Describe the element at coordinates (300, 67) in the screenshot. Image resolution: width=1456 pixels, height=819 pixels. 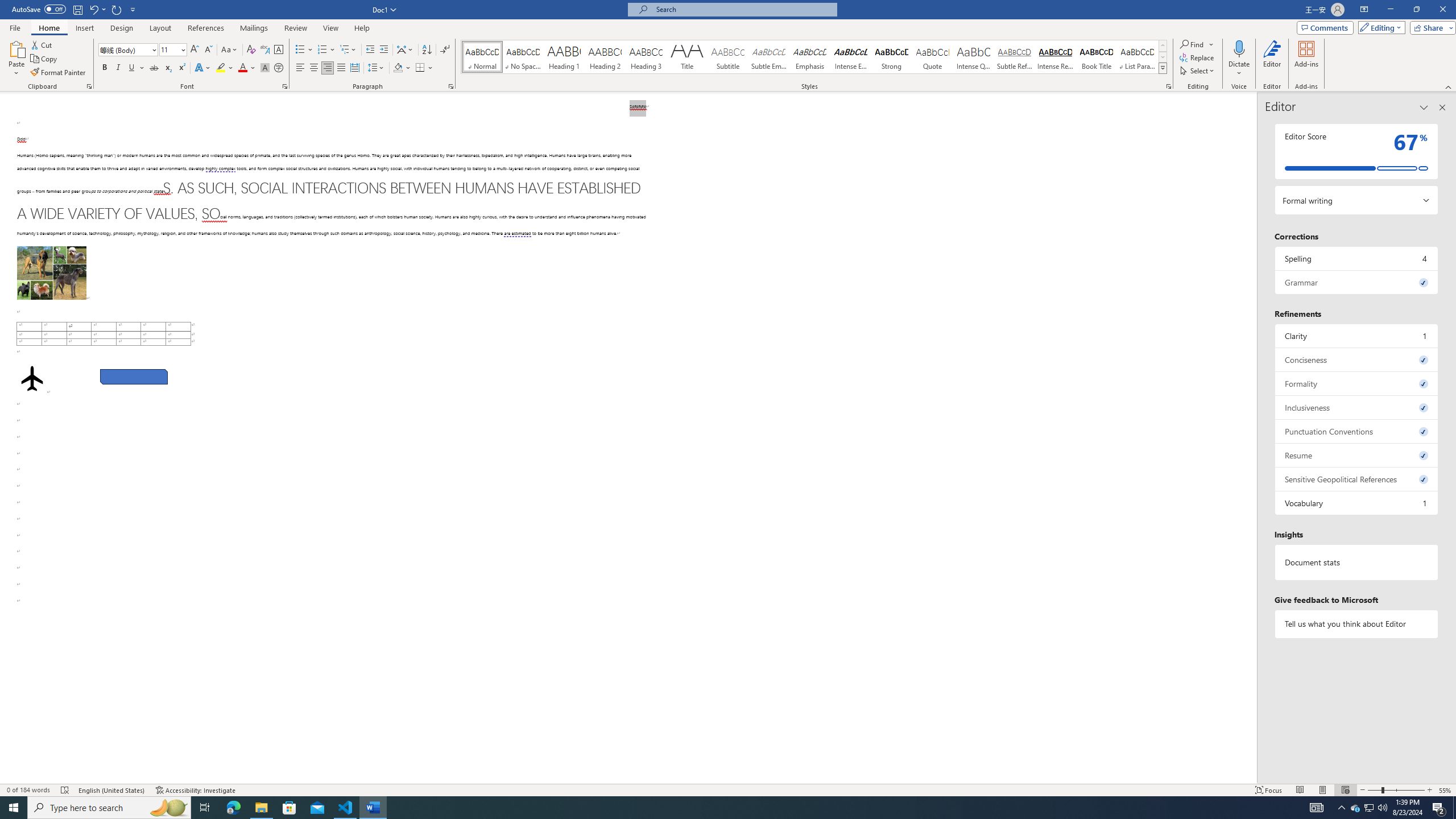
I see `'Align Left'` at that location.